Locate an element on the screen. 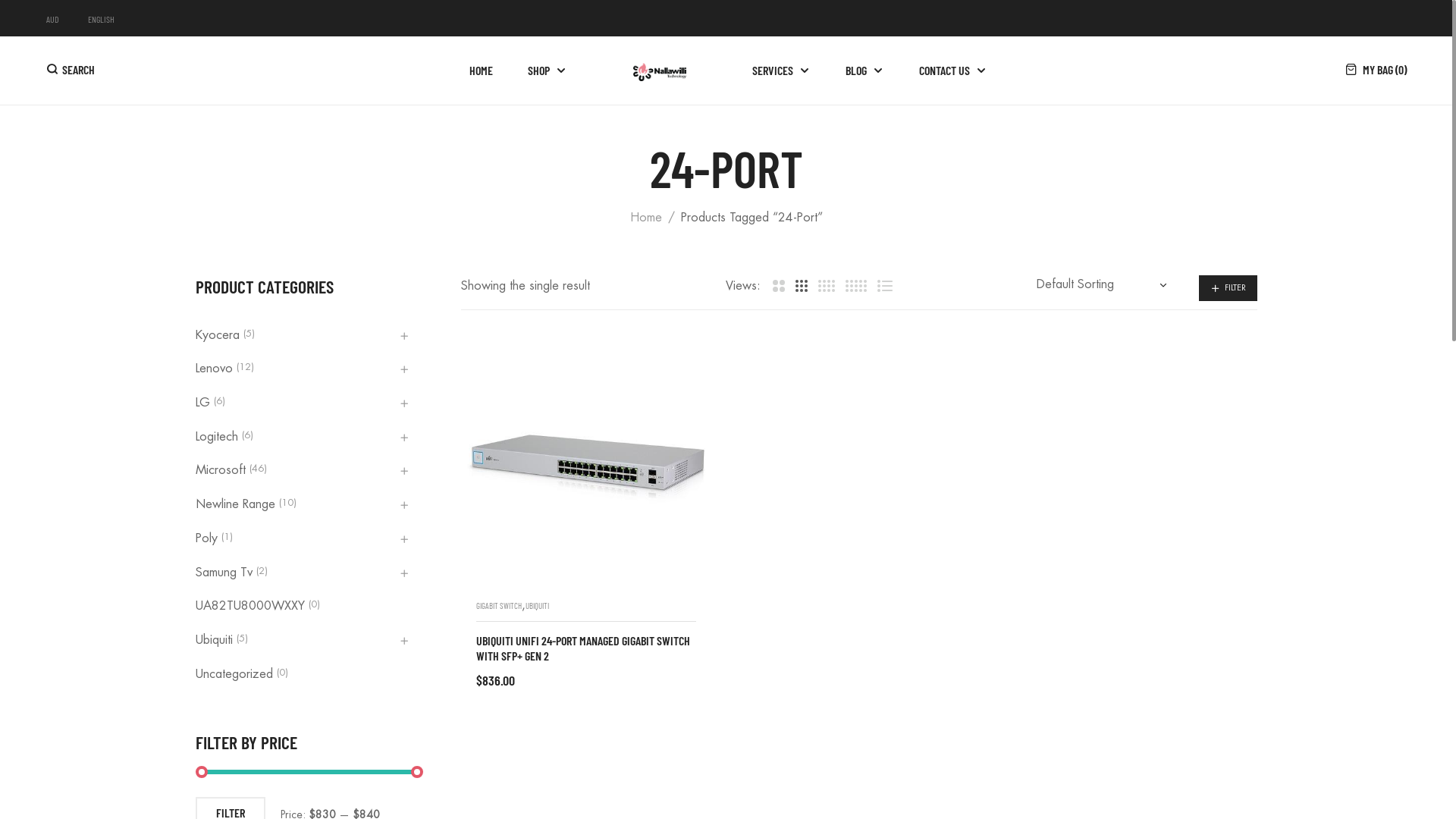  'MY BAG (0)' is located at coordinates (1376, 70).